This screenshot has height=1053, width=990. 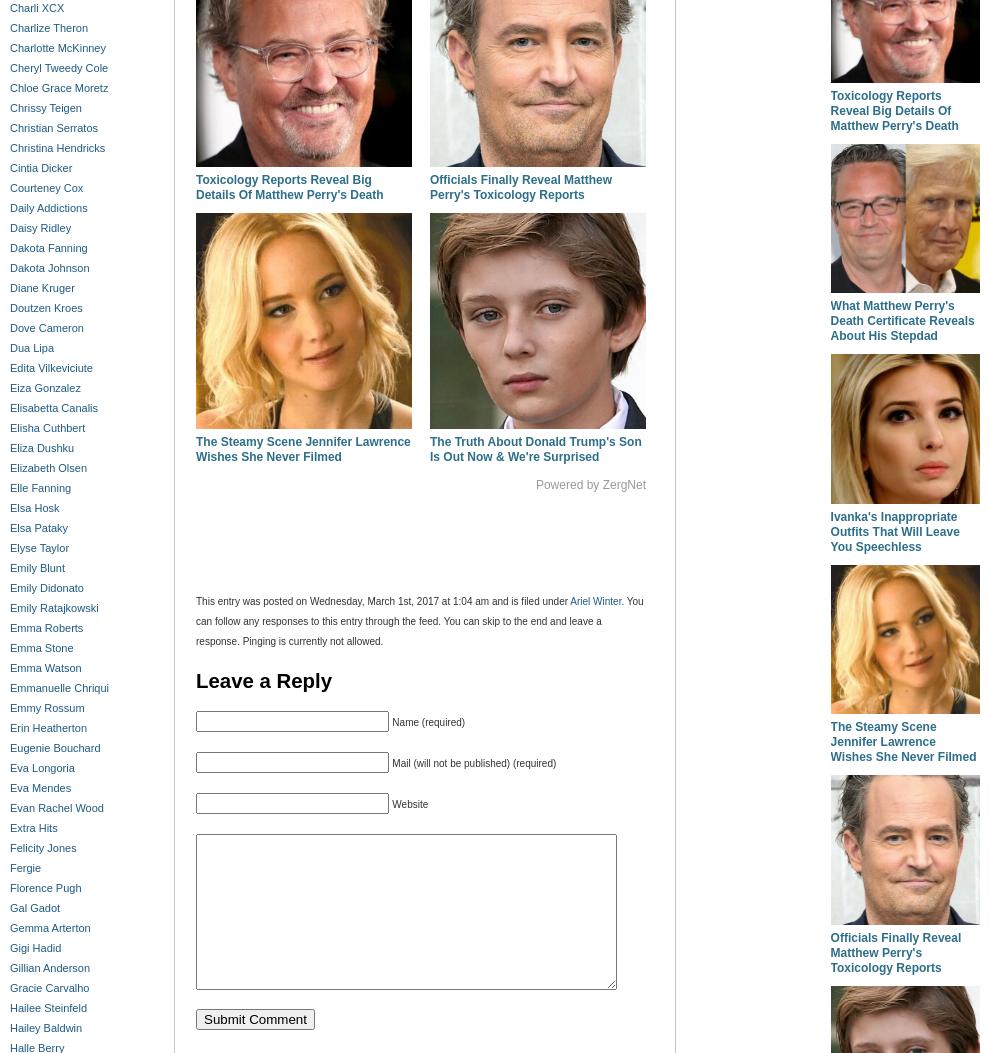 What do you see at coordinates (594, 601) in the screenshot?
I see `'Ariel Winter'` at bounding box center [594, 601].